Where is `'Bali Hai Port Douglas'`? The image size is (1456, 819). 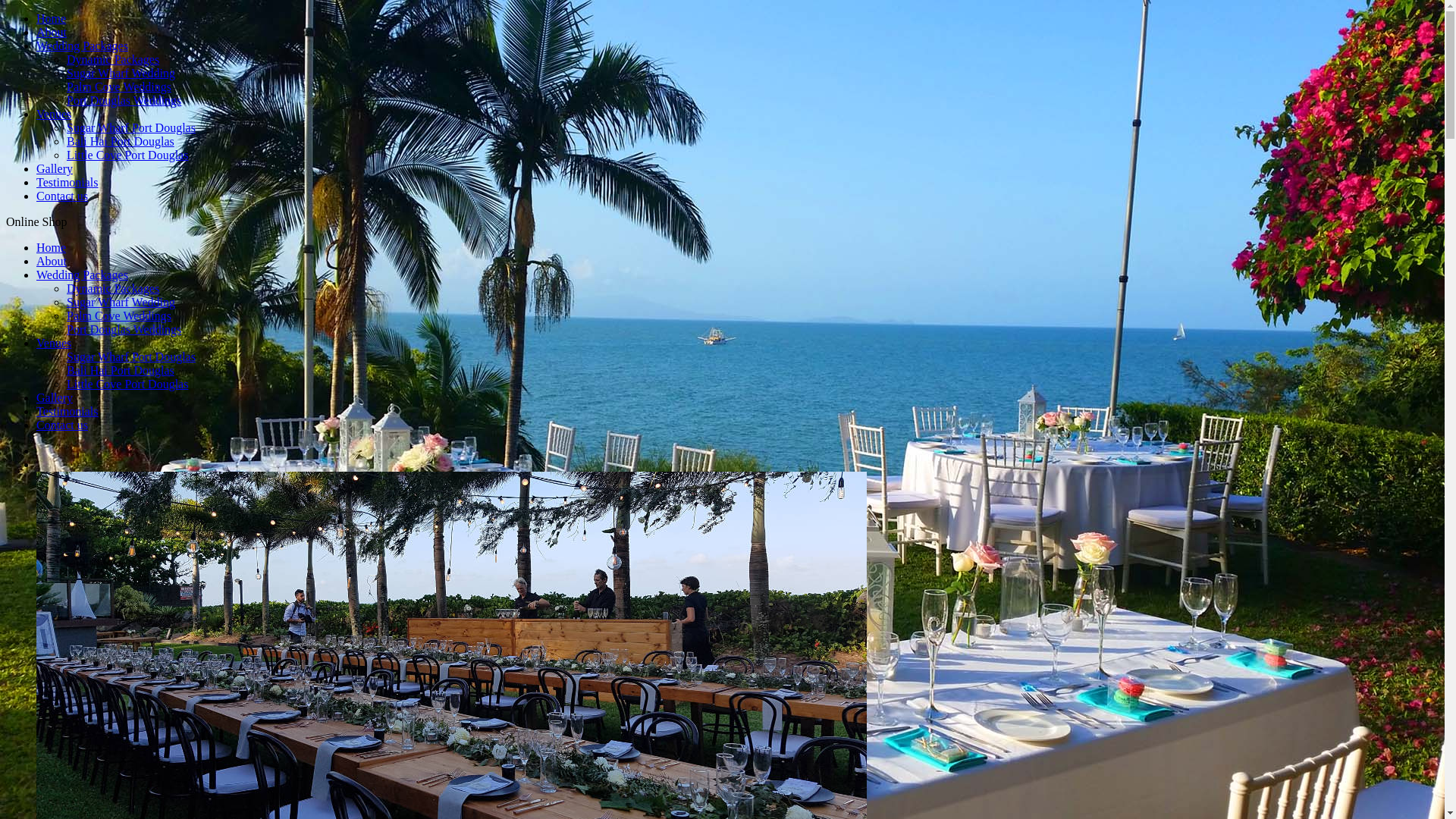
'Bali Hai Port Douglas' is located at coordinates (119, 141).